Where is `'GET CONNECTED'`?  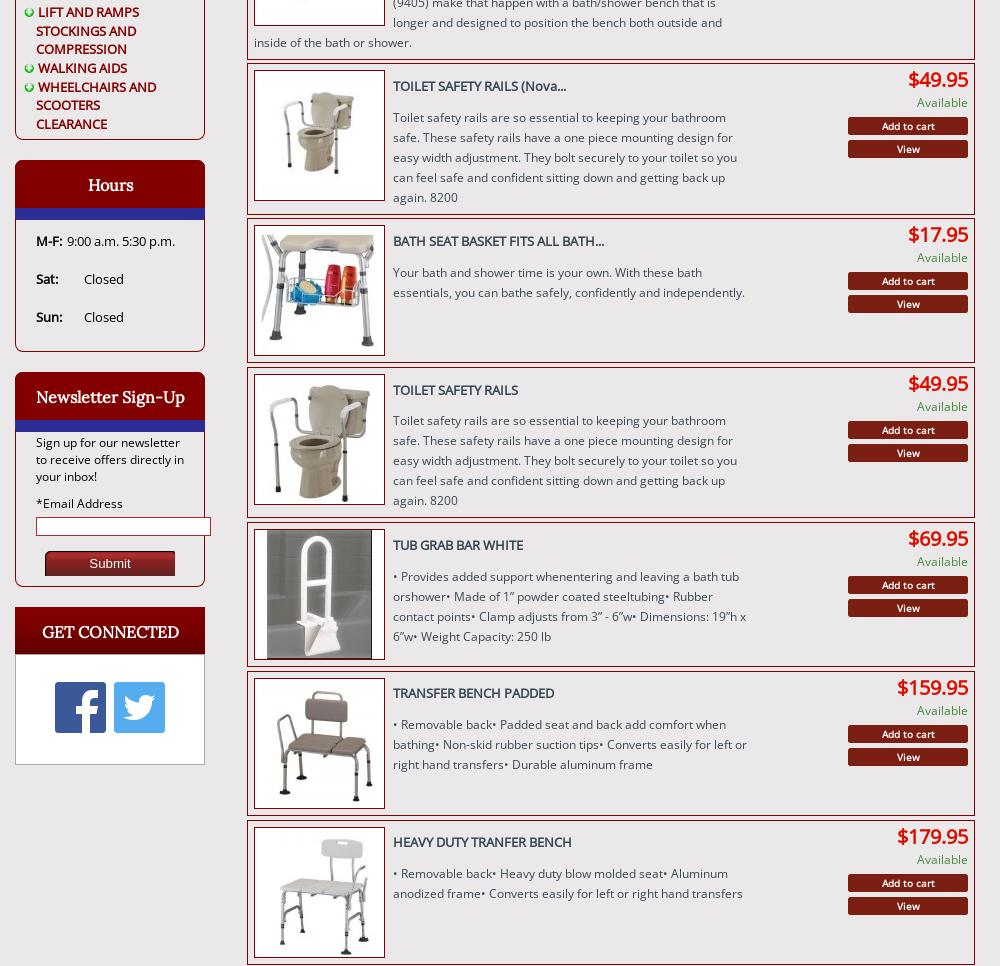 'GET CONNECTED' is located at coordinates (108, 630).